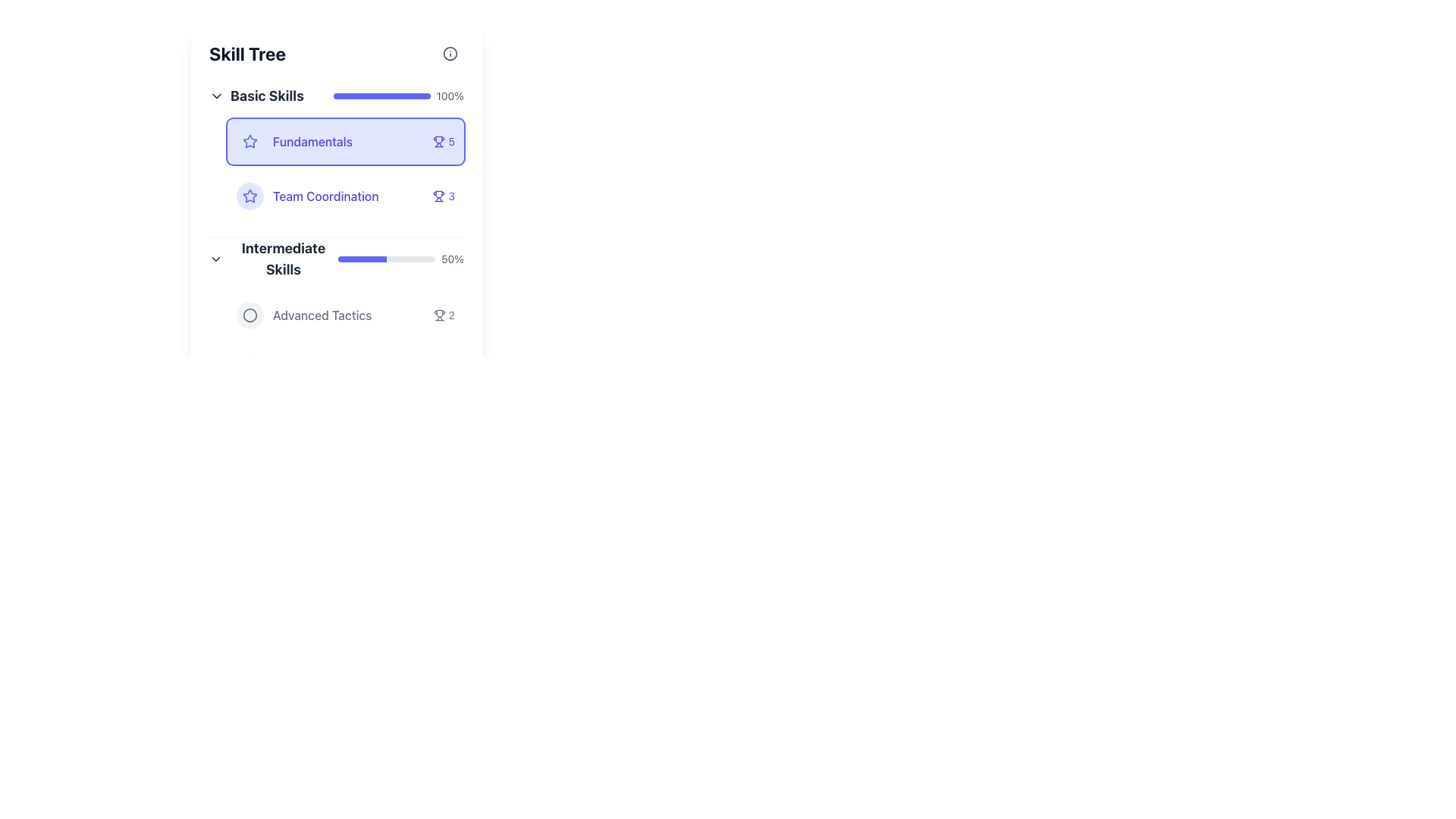 Image resolution: width=1456 pixels, height=819 pixels. Describe the element at coordinates (312, 141) in the screenshot. I see `the text label reading 'Fundamentals' located in the 'Basic Skills' section, which is styled with a medium-weight purple font and positioned second in the list of skills` at that location.